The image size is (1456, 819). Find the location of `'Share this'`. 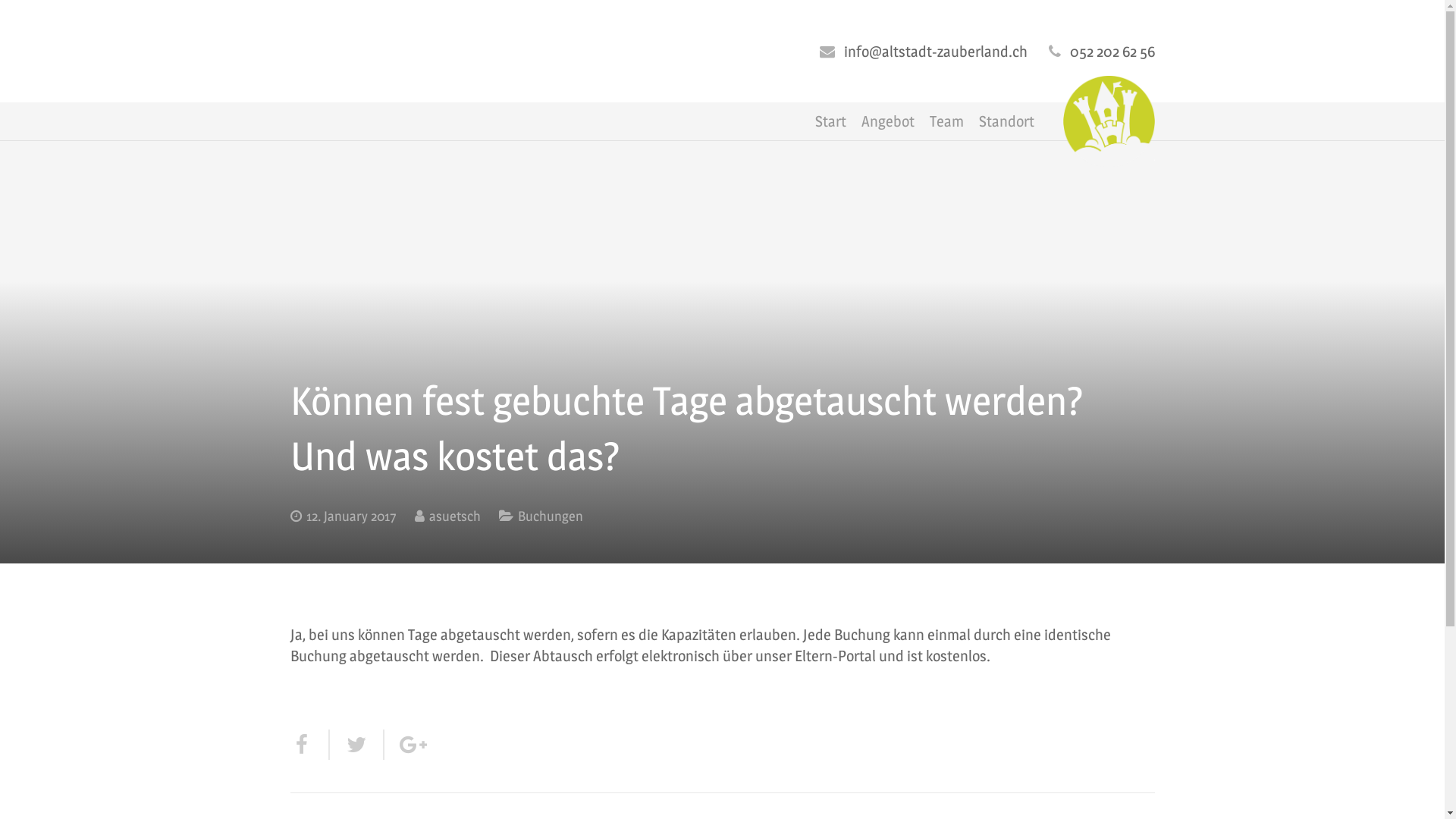

'Share this' is located at coordinates (309, 744).